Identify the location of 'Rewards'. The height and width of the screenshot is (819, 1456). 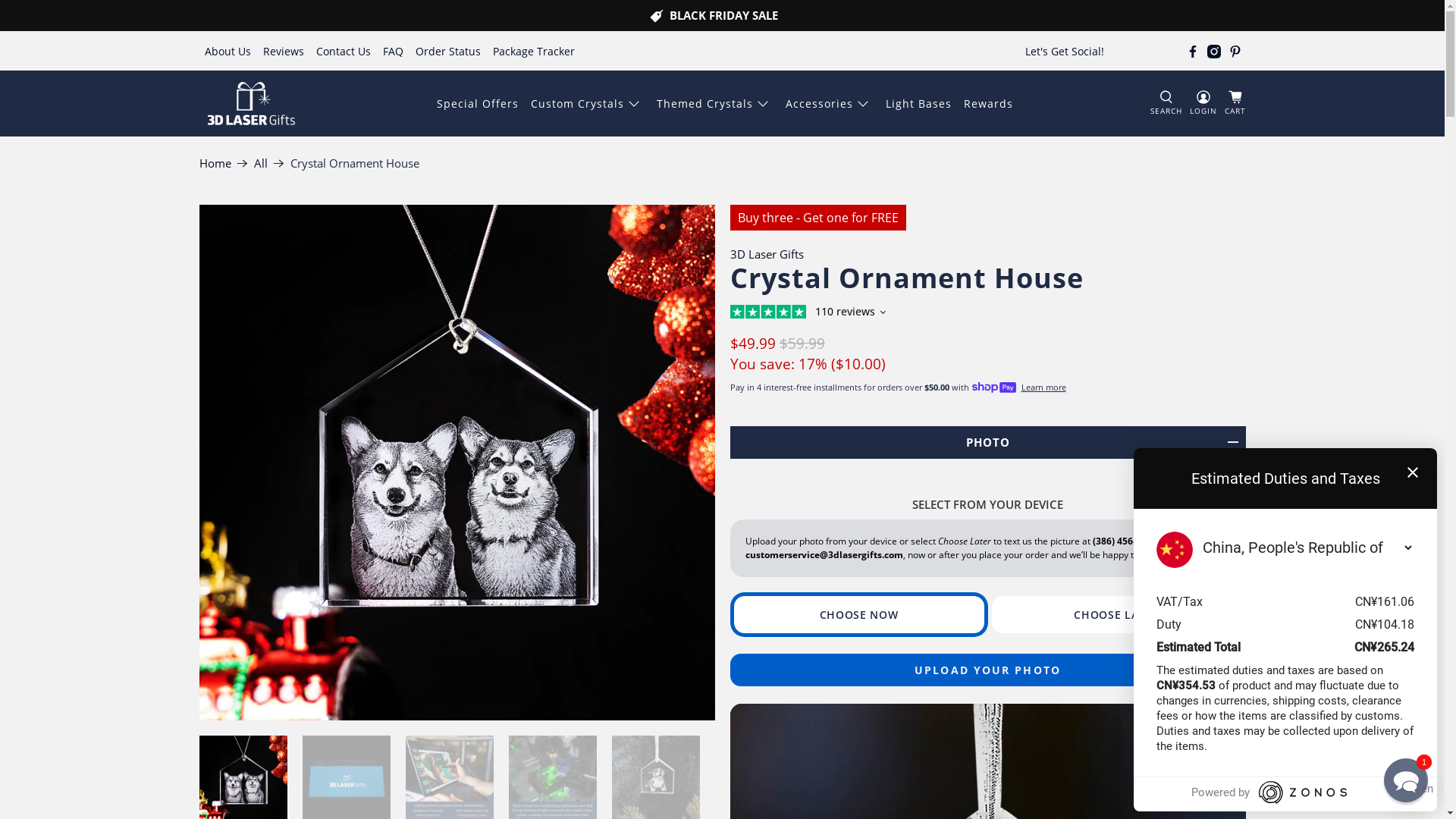
(988, 102).